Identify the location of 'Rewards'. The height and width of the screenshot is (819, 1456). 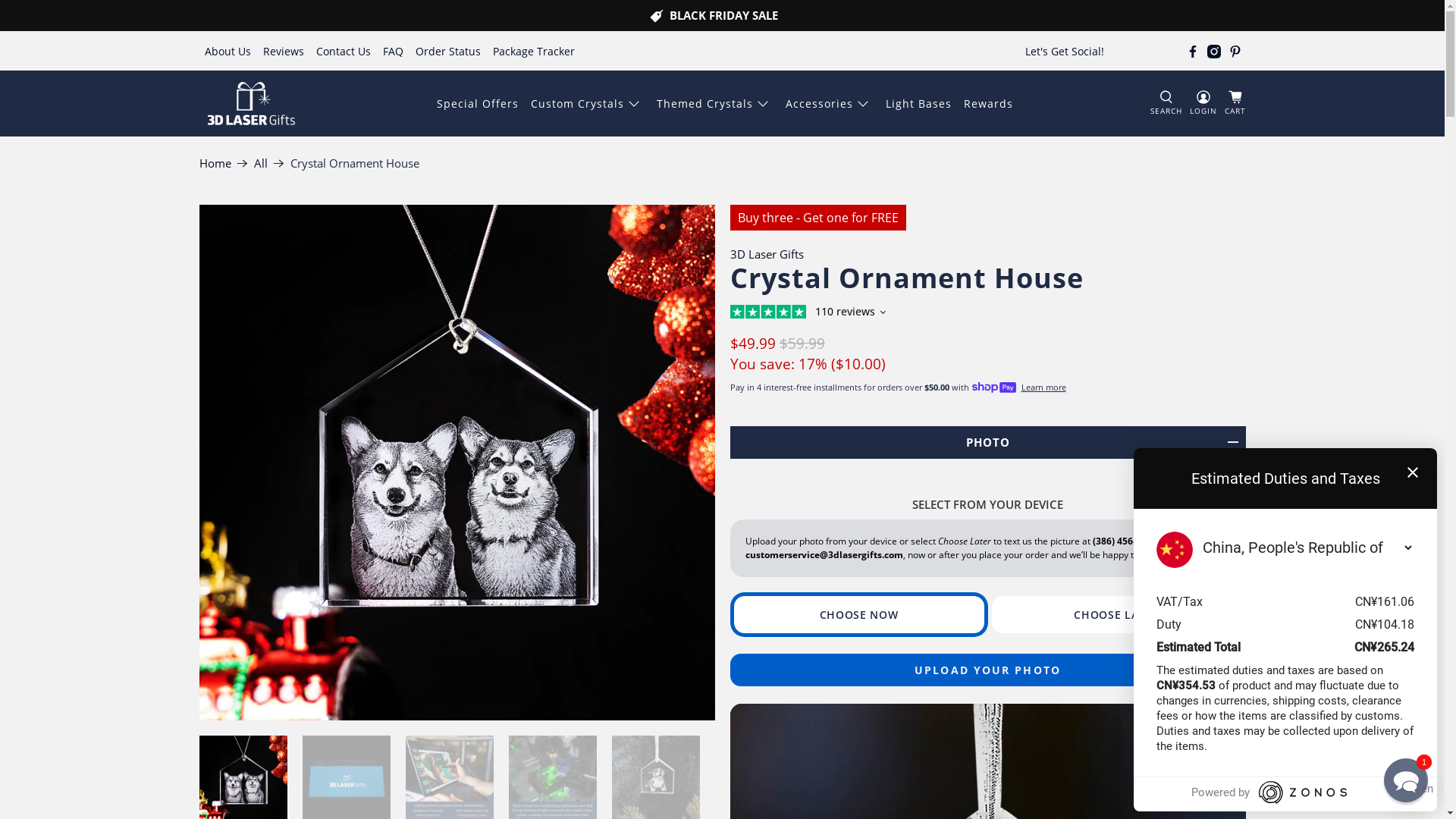
(988, 102).